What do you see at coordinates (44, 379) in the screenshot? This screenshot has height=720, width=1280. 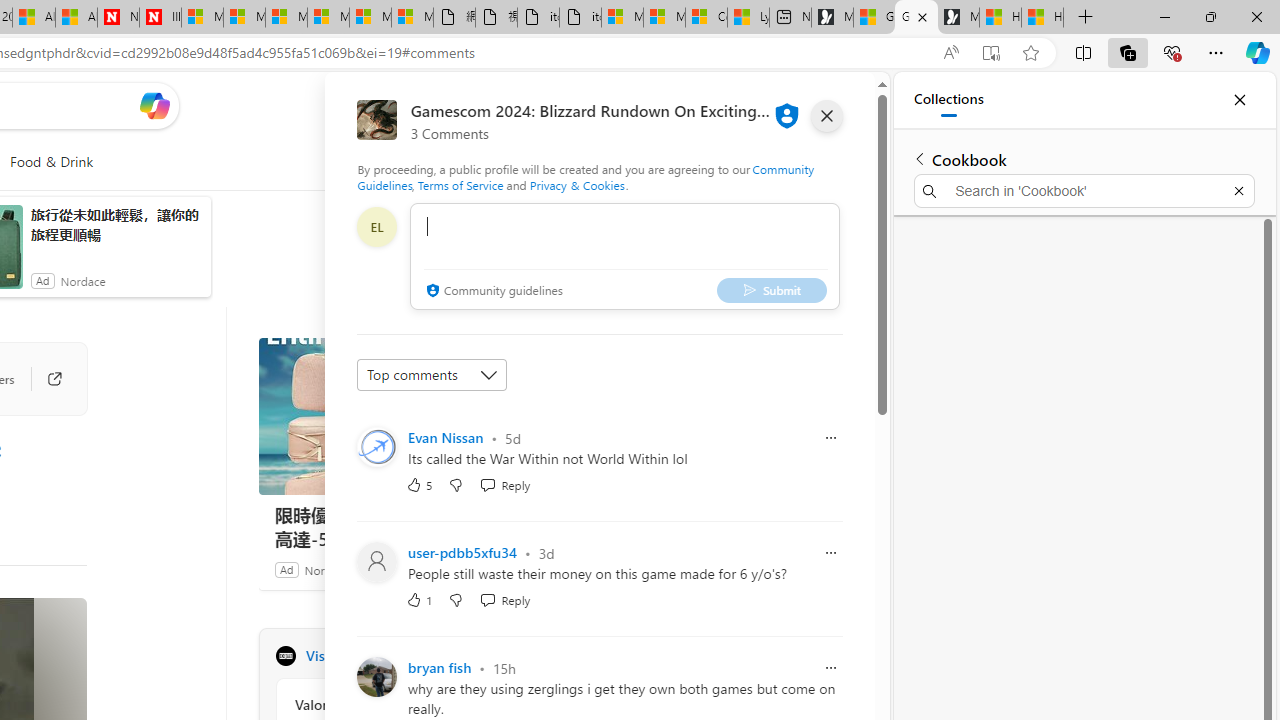 I see `'Go to publisher'` at bounding box center [44, 379].